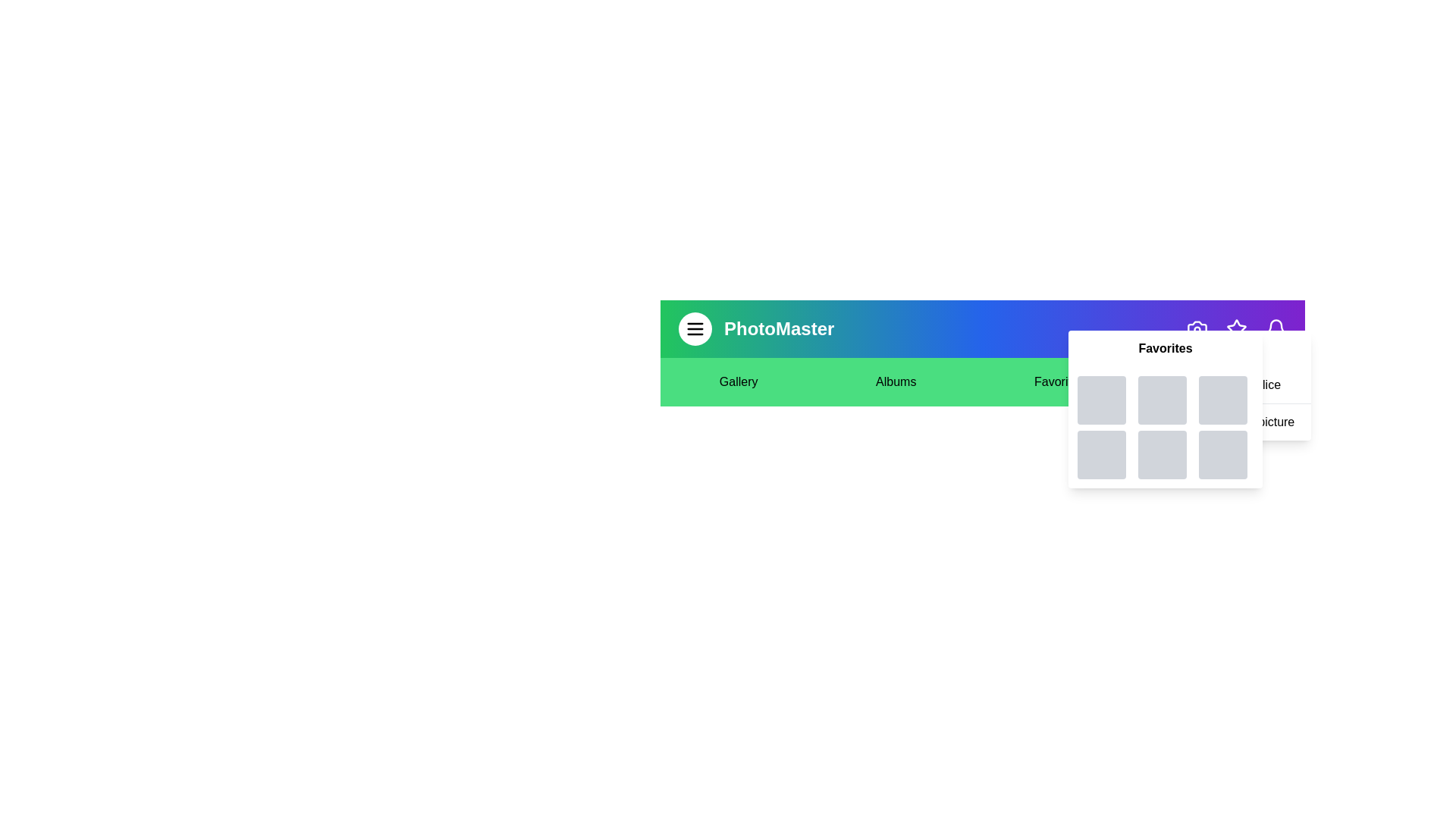  Describe the element at coordinates (739, 381) in the screenshot. I see `the menu item Gallery from the navigation bar` at that location.